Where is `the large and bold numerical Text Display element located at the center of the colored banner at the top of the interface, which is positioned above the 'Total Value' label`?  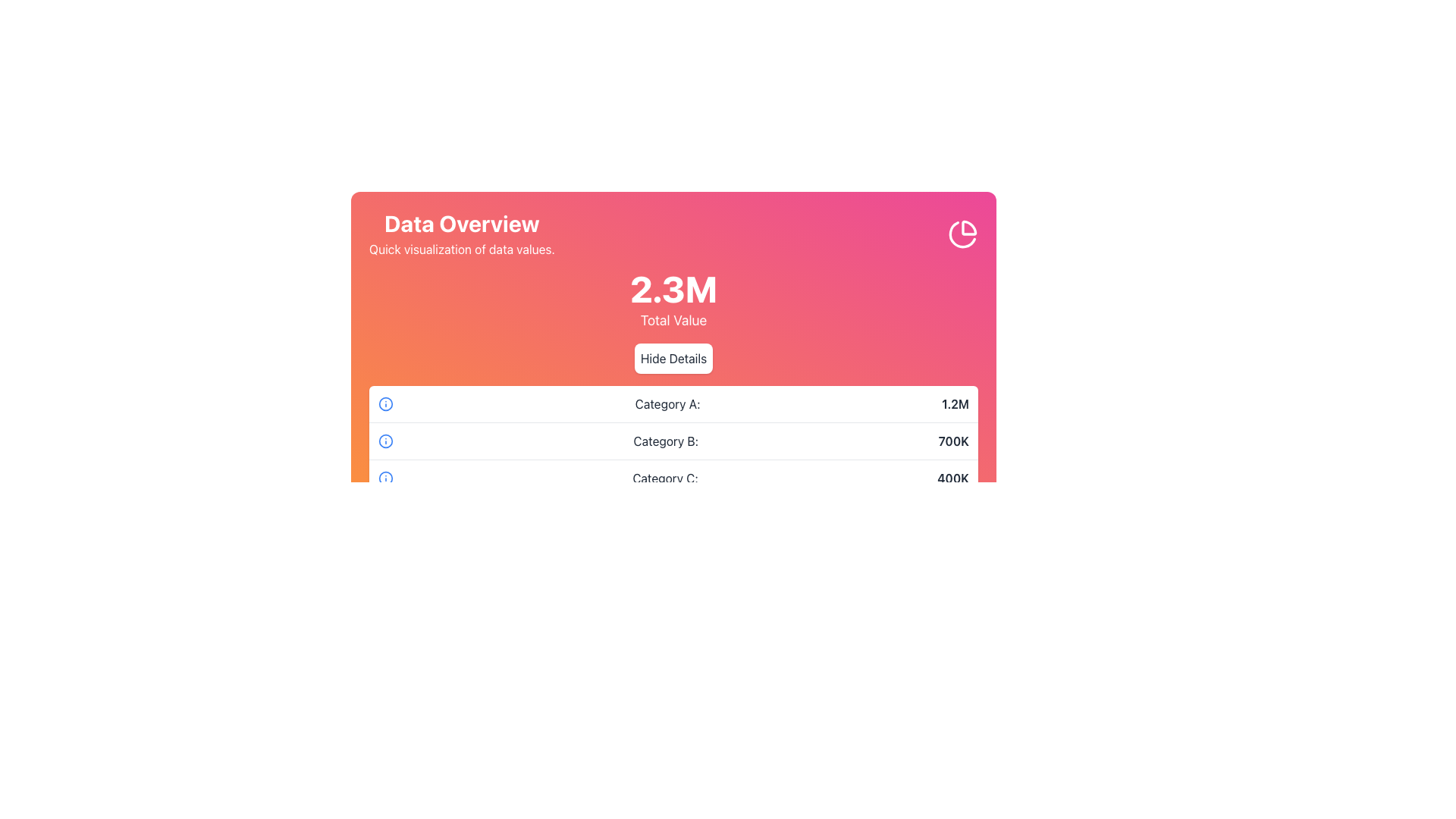 the large and bold numerical Text Display element located at the center of the colored banner at the top of the interface, which is positioned above the 'Total Value' label is located at coordinates (673, 289).